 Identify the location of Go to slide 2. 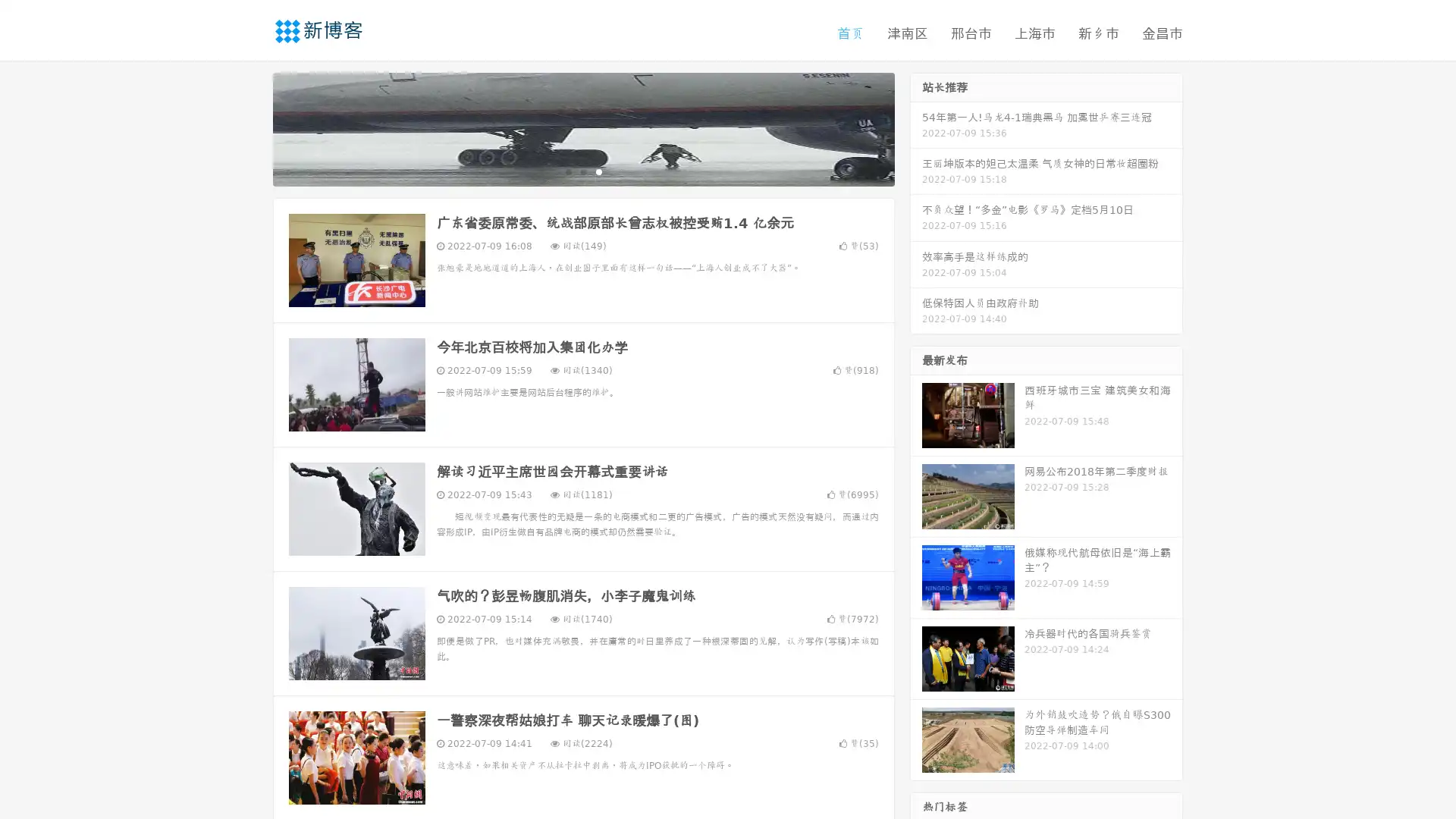
(582, 171).